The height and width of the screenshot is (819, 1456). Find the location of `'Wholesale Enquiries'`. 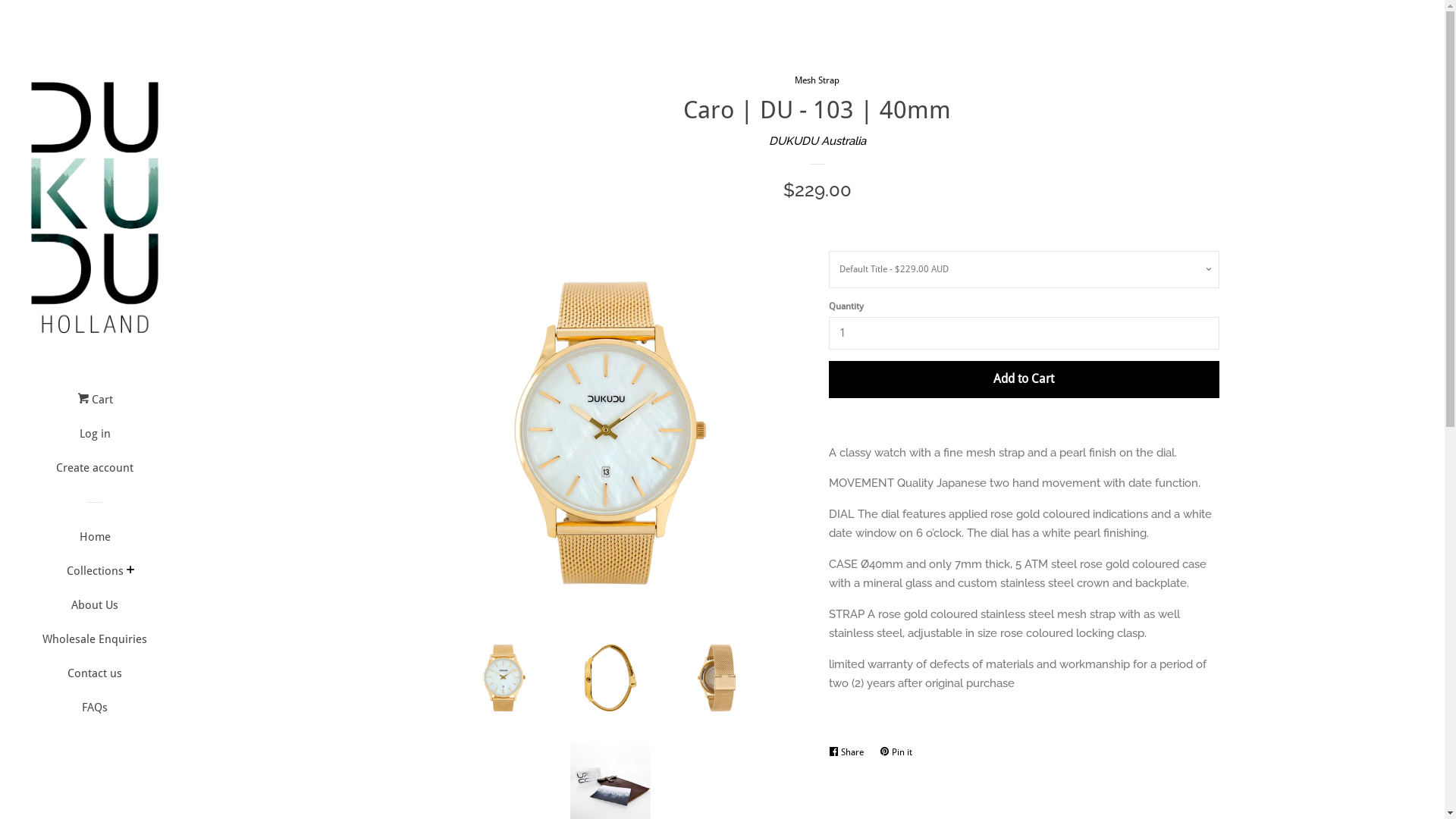

'Wholesale Enquiries' is located at coordinates (93, 645).